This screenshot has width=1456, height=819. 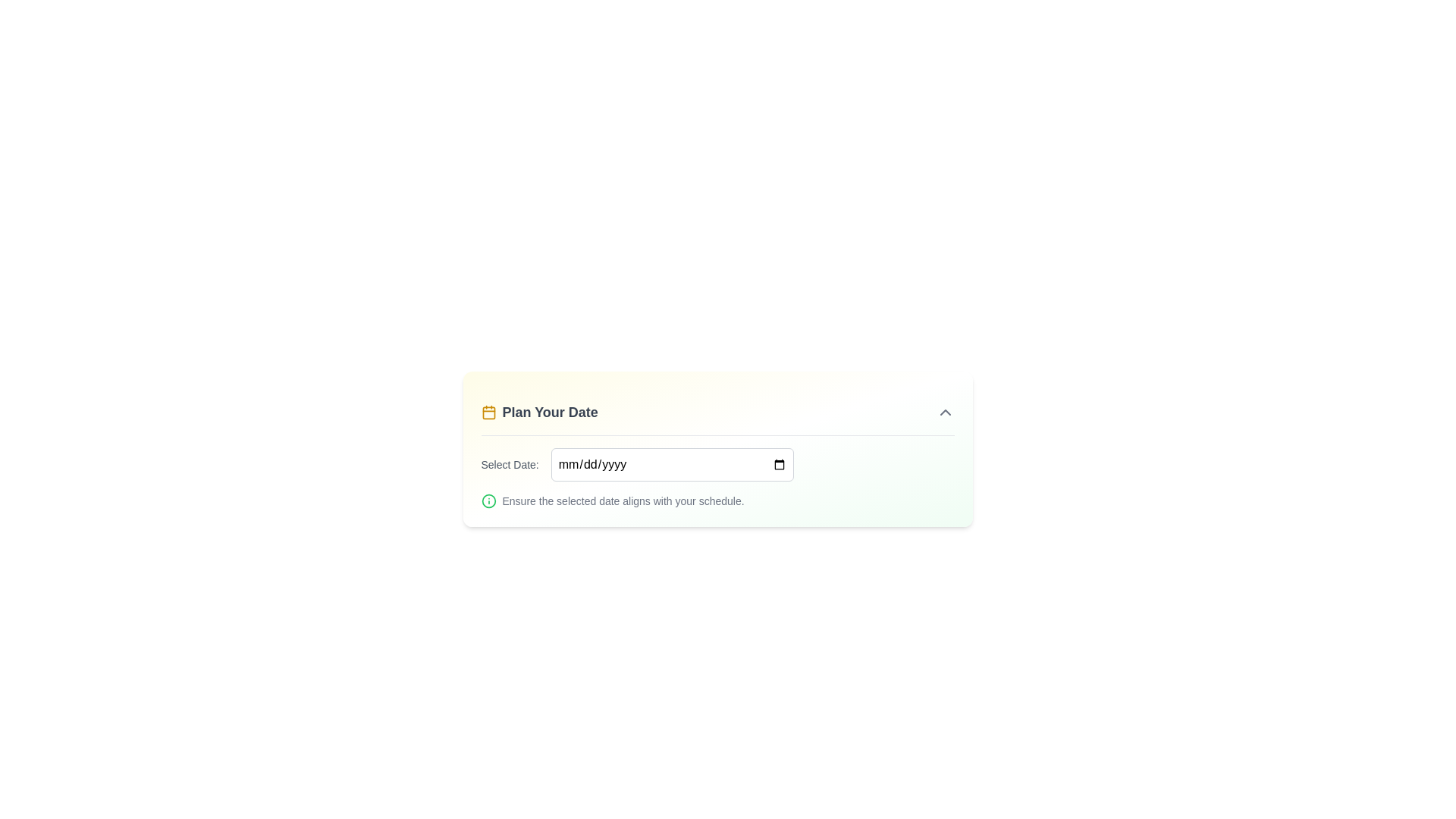 I want to click on the Date input field located under the 'Plan Your Date' section, so click(x=717, y=464).